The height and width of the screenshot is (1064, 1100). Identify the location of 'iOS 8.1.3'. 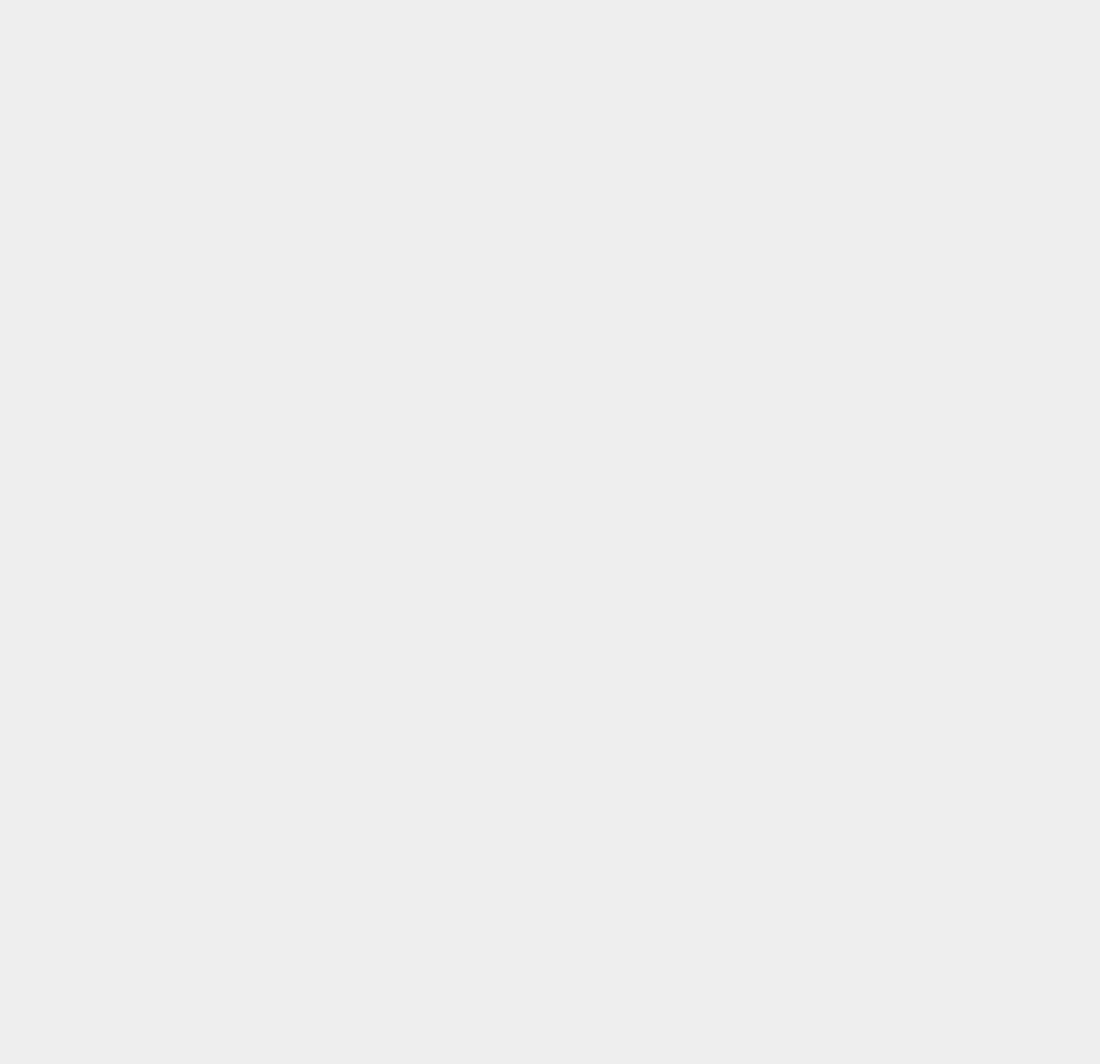
(805, 141).